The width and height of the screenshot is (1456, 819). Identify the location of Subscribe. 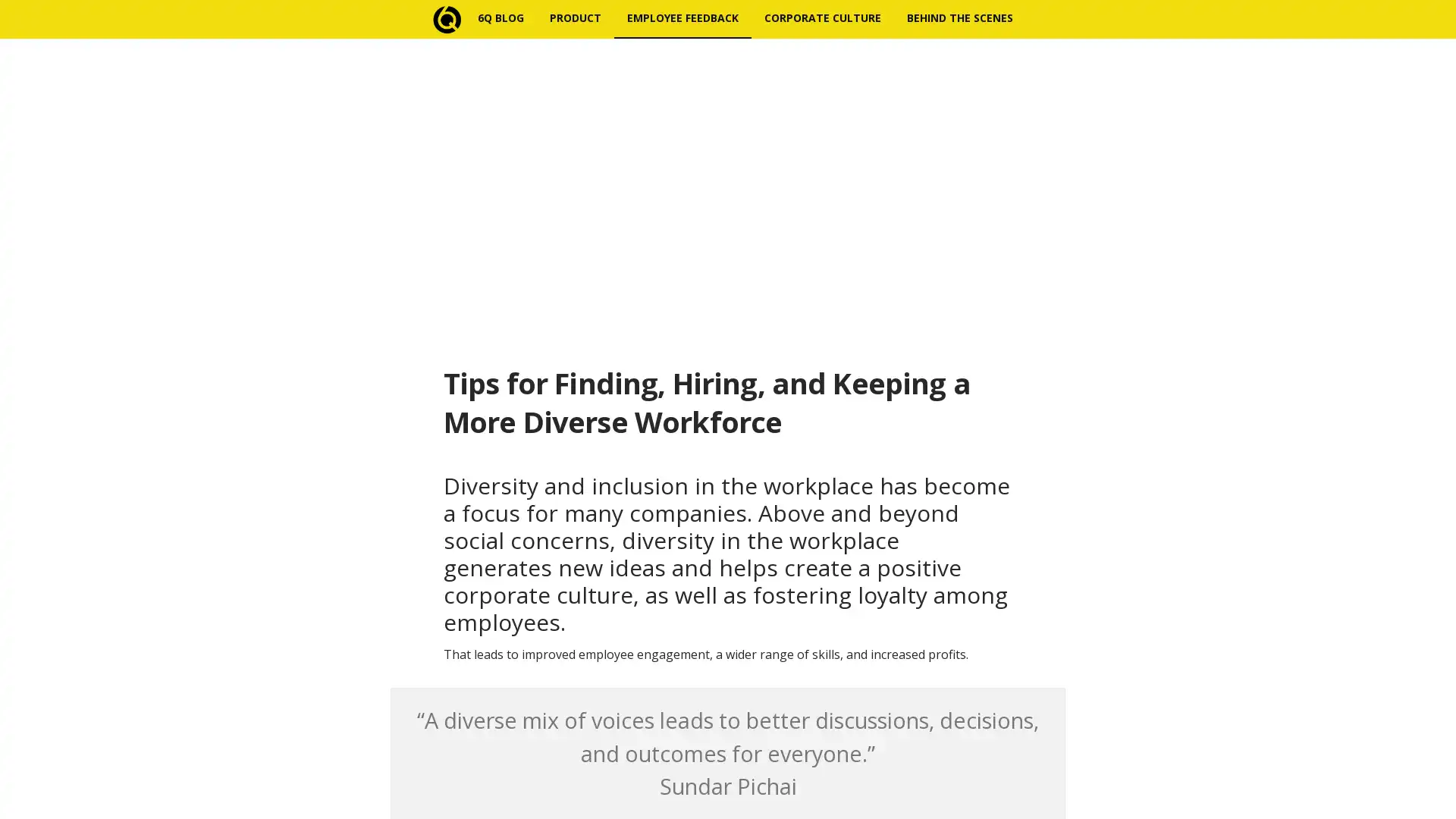
(895, 797).